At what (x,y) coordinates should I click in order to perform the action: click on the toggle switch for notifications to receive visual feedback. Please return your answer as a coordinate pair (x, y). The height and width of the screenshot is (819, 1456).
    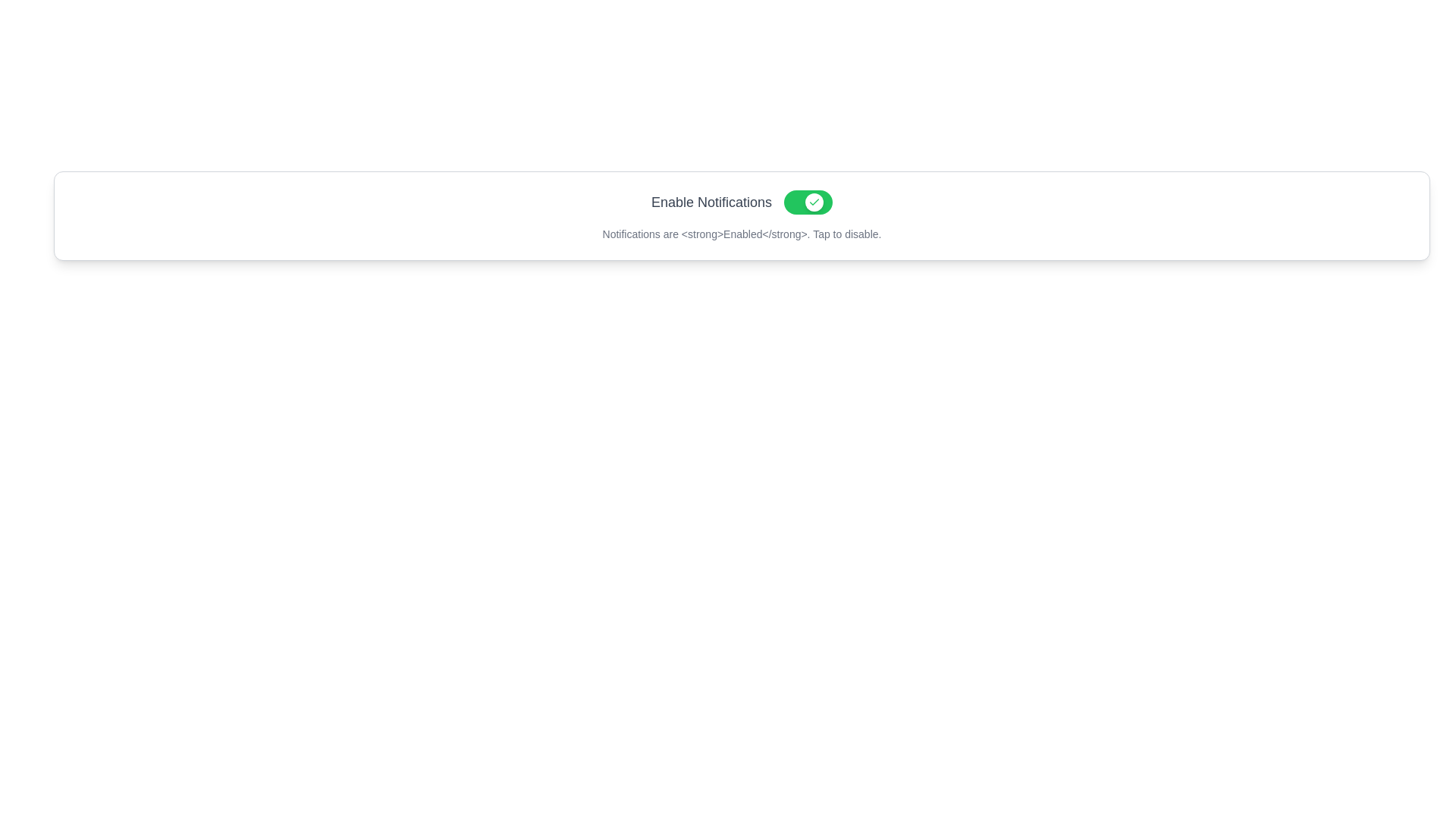
    Looking at the image, I should click on (807, 201).